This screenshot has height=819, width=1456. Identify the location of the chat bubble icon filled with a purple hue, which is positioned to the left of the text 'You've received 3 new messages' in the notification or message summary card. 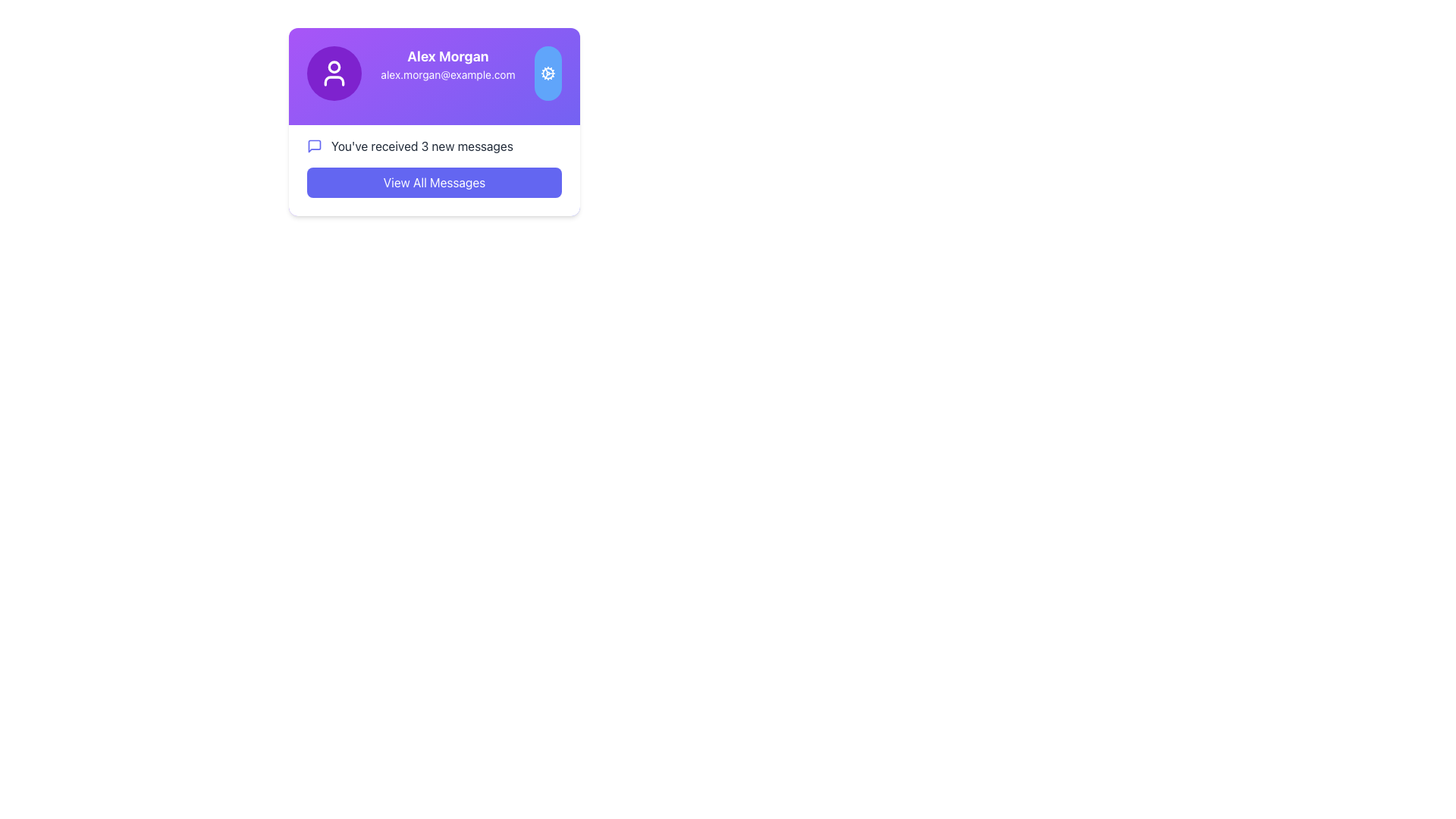
(313, 146).